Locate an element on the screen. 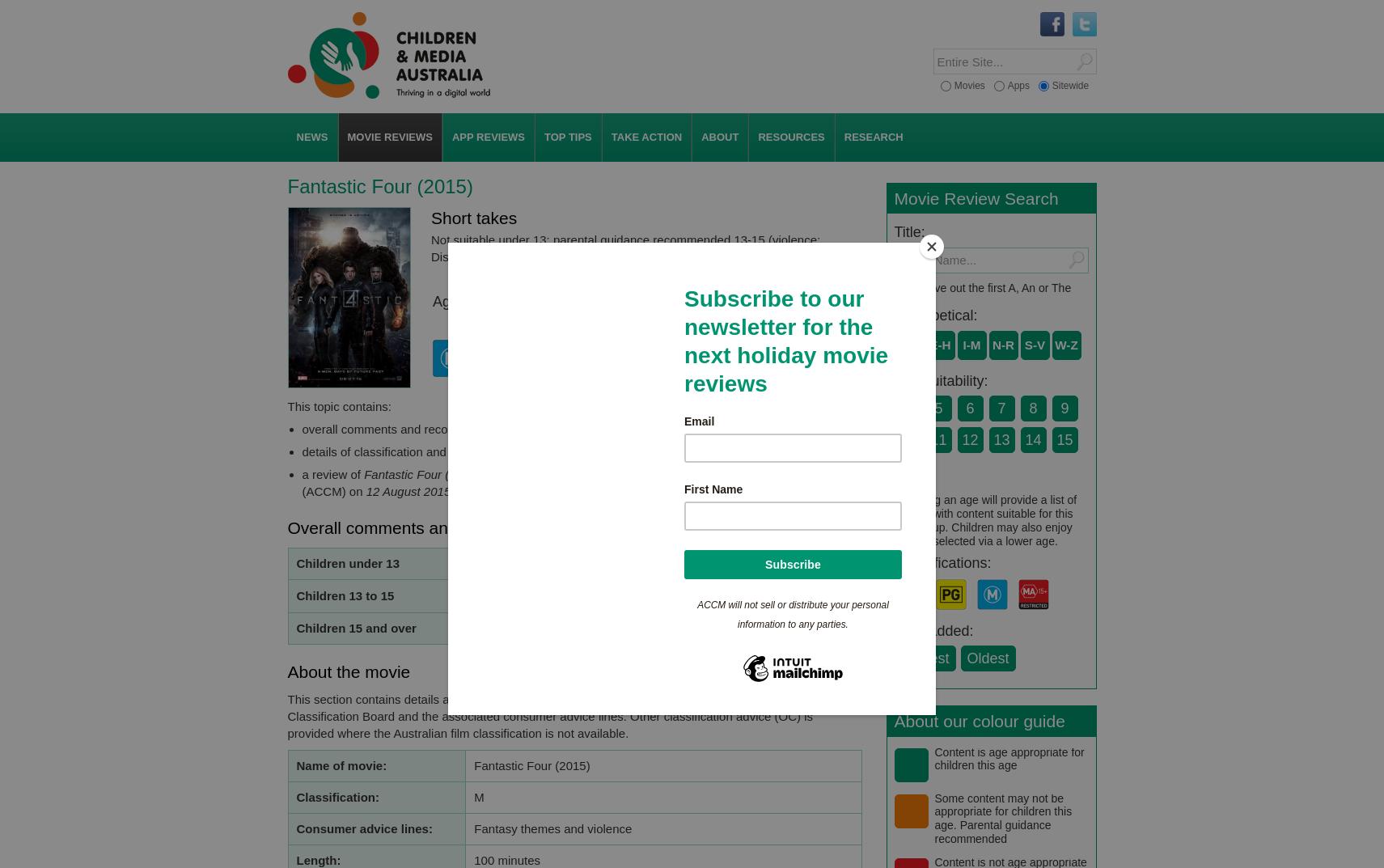  'Not suitable due to violence and disturbing scenes' is located at coordinates (473, 563).